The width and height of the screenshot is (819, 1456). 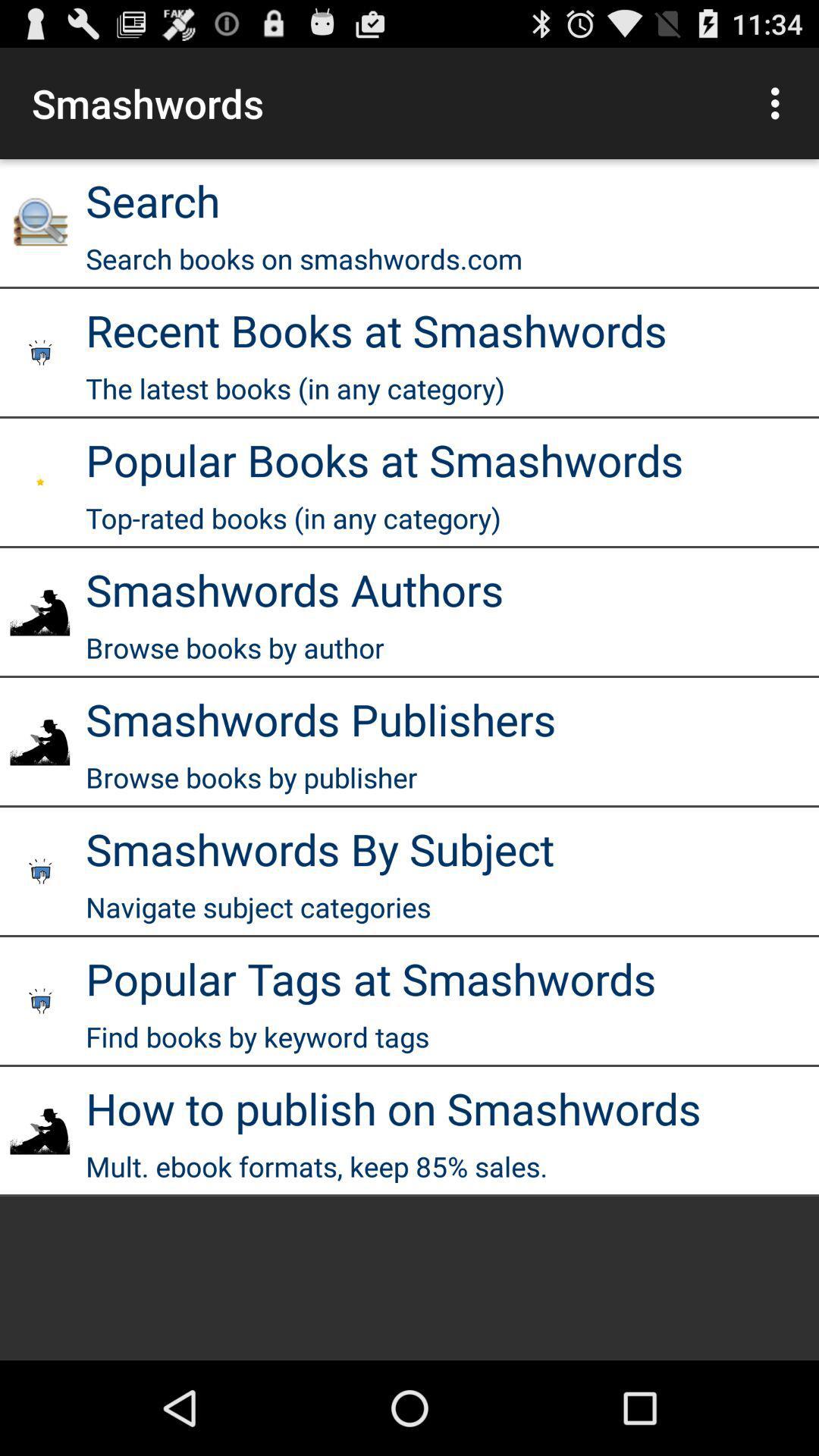 I want to click on the how to publish icon, so click(x=393, y=1108).